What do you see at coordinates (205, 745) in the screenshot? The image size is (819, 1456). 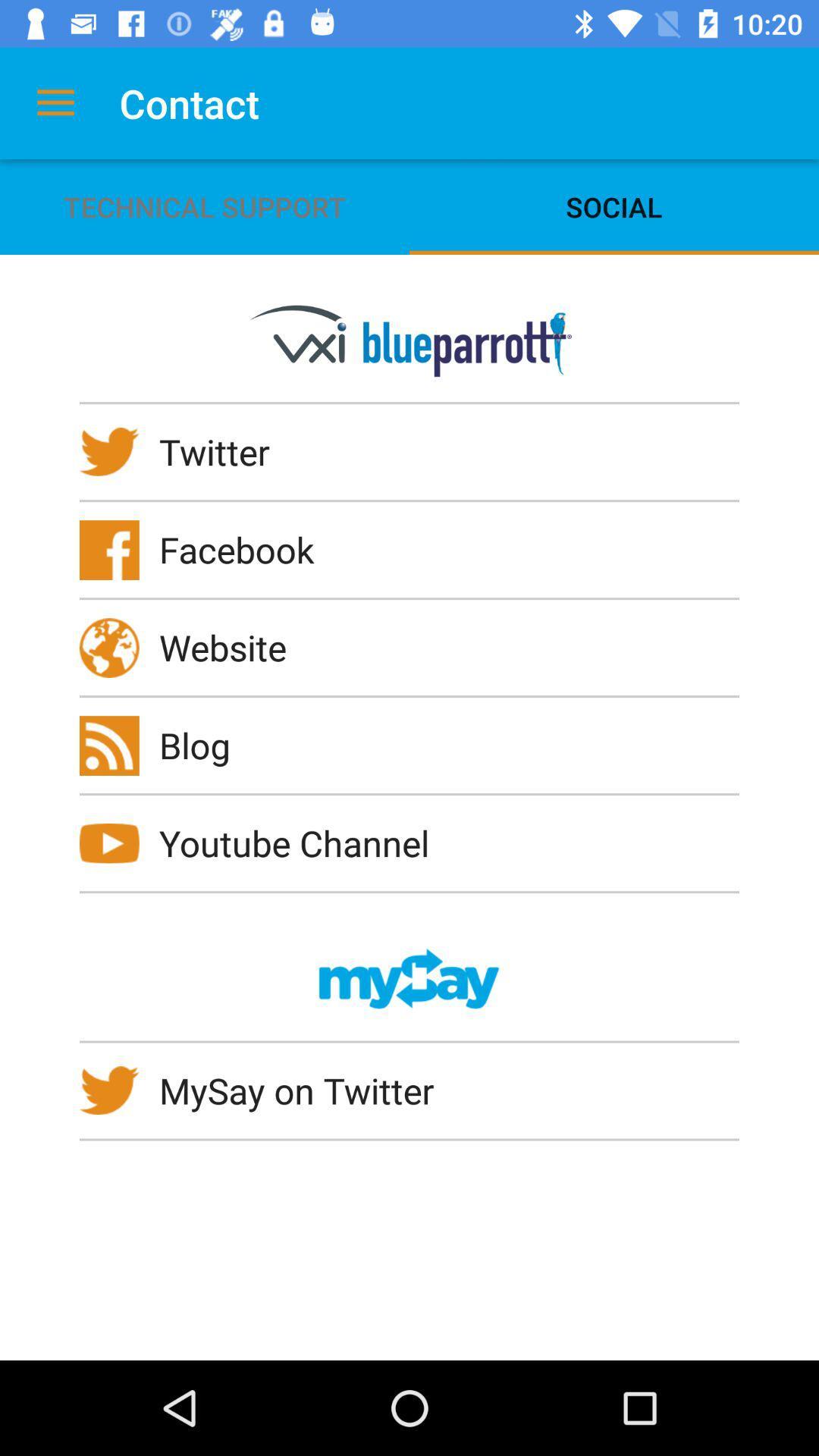 I see `blog` at bounding box center [205, 745].